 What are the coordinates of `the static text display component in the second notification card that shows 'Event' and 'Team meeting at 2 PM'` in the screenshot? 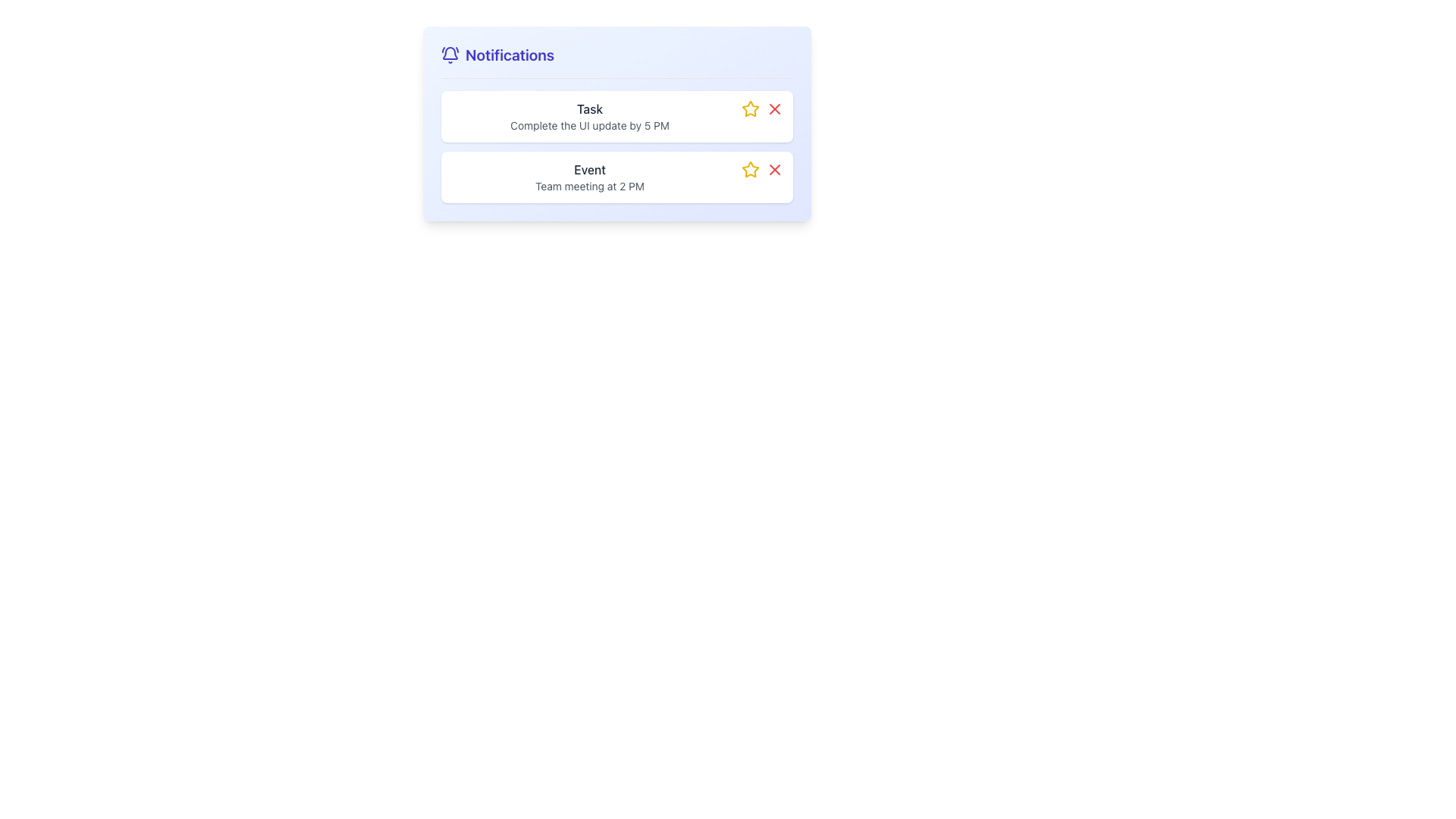 It's located at (588, 177).